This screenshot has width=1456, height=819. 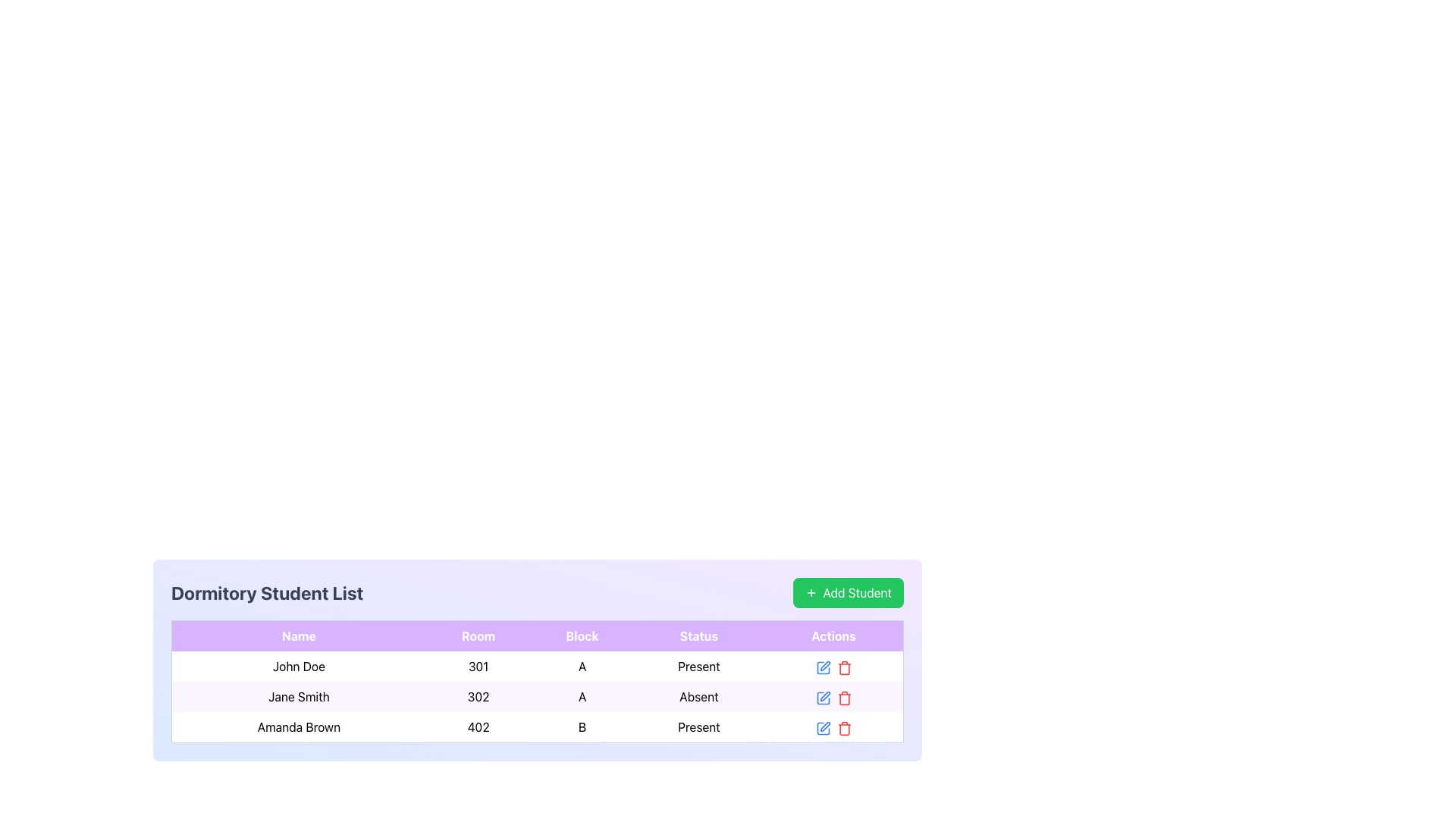 I want to click on the blue edit icon styled as a square with a pen located in the 'Actions' column of the first row in the table, so click(x=822, y=666).